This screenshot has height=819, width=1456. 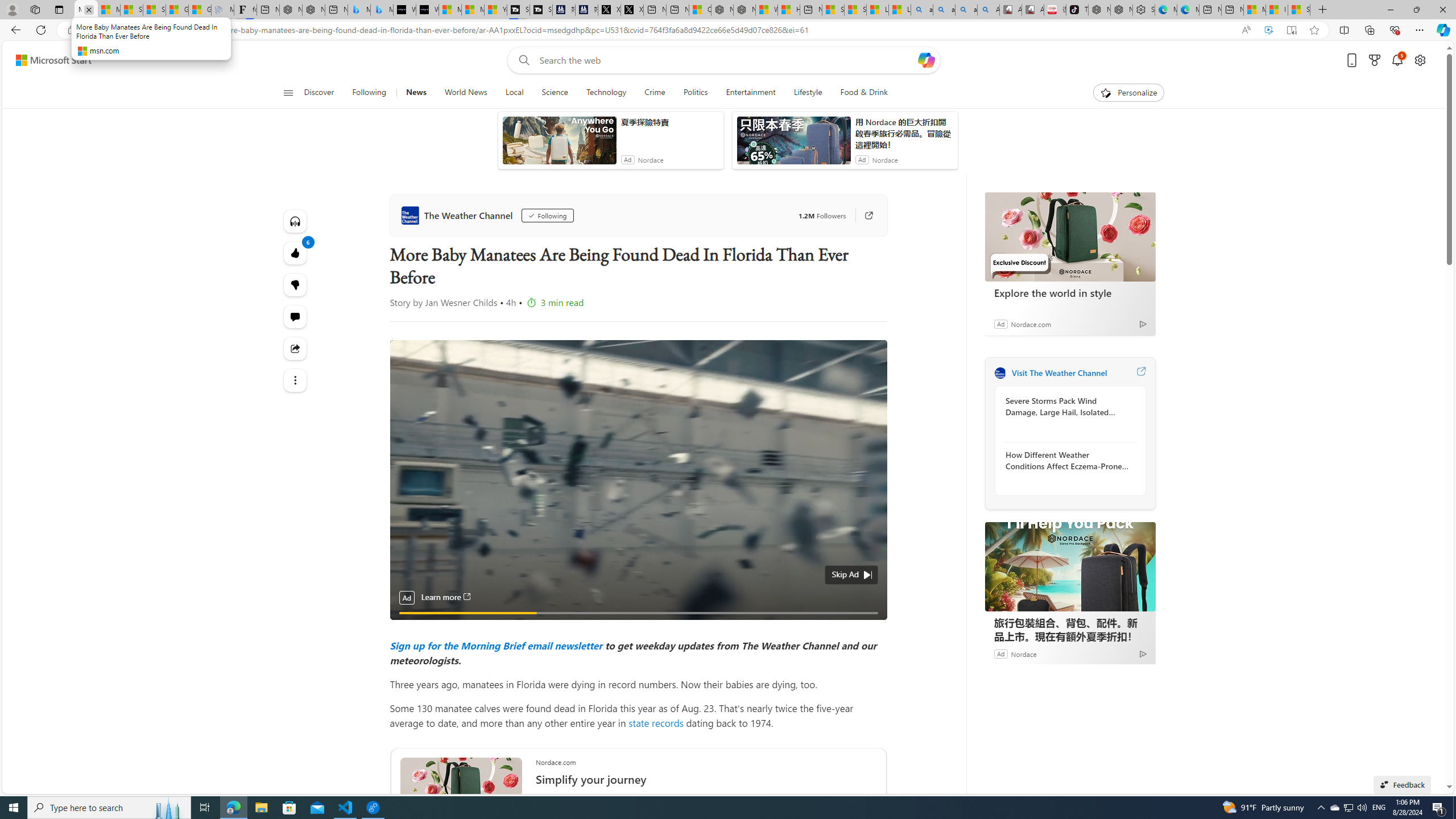 I want to click on 'Food & Drink', so click(x=864, y=92).